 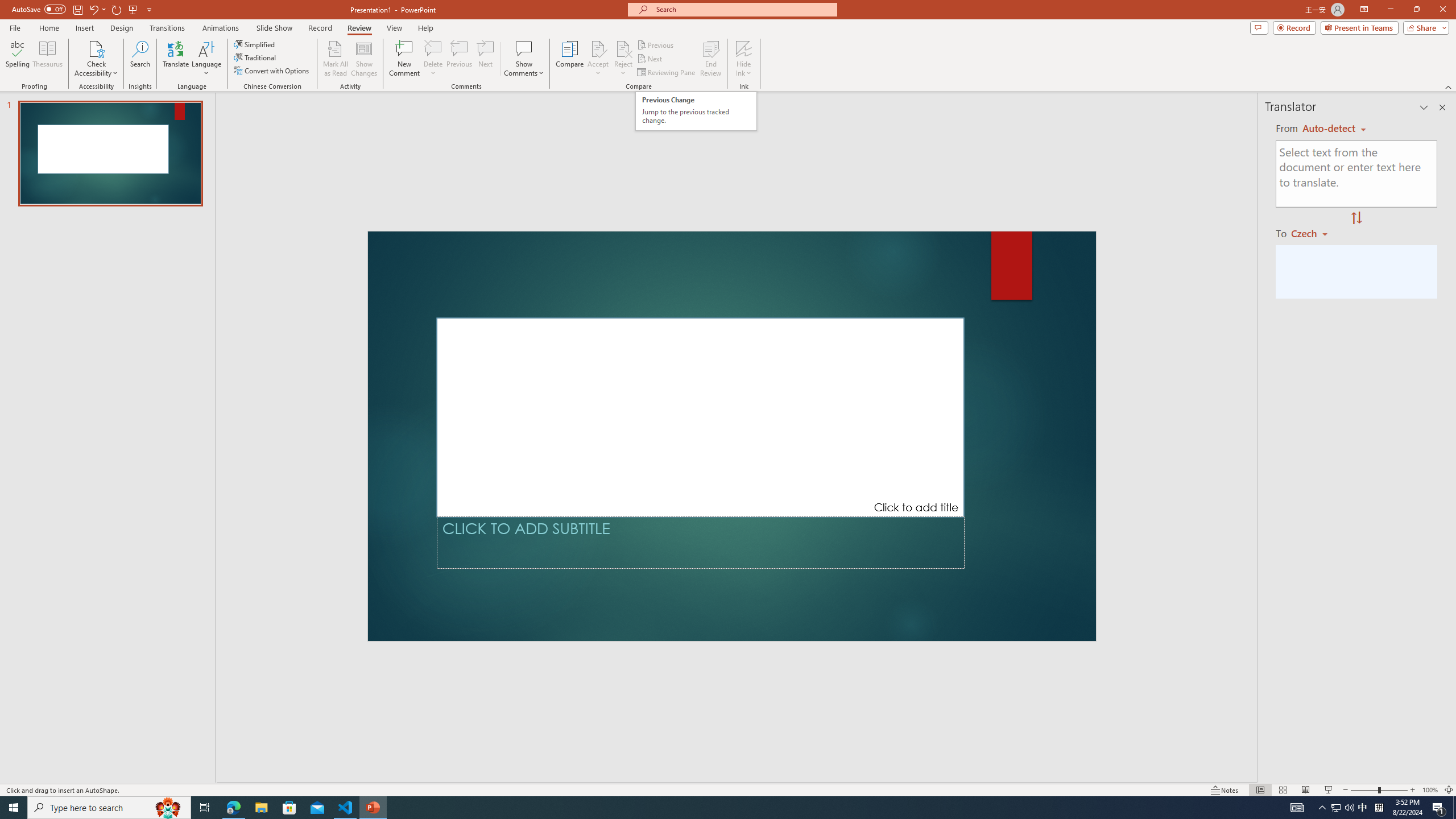 What do you see at coordinates (598, 48) in the screenshot?
I see `'Accept Change'` at bounding box center [598, 48].